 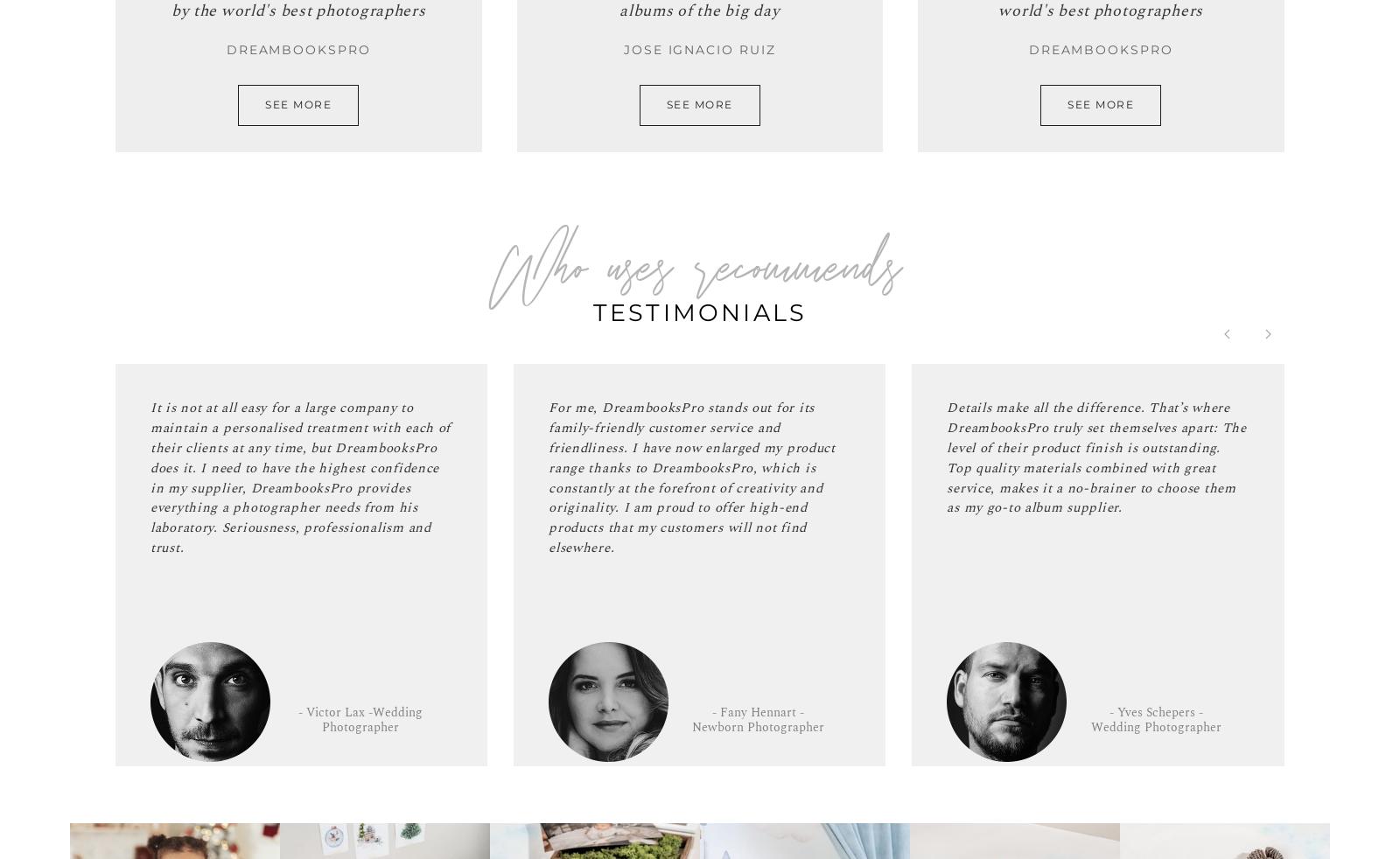 I want to click on 'For me, DreambooksPro stands out for its family-friendly customer service and friendliness. I have now enlarged my product range thanks to DreambooksPro, which is constantly at the forefront of creativity and originality. I am proud to offer high-end products that my customers will not find elsewhere.', so click(x=549, y=477).